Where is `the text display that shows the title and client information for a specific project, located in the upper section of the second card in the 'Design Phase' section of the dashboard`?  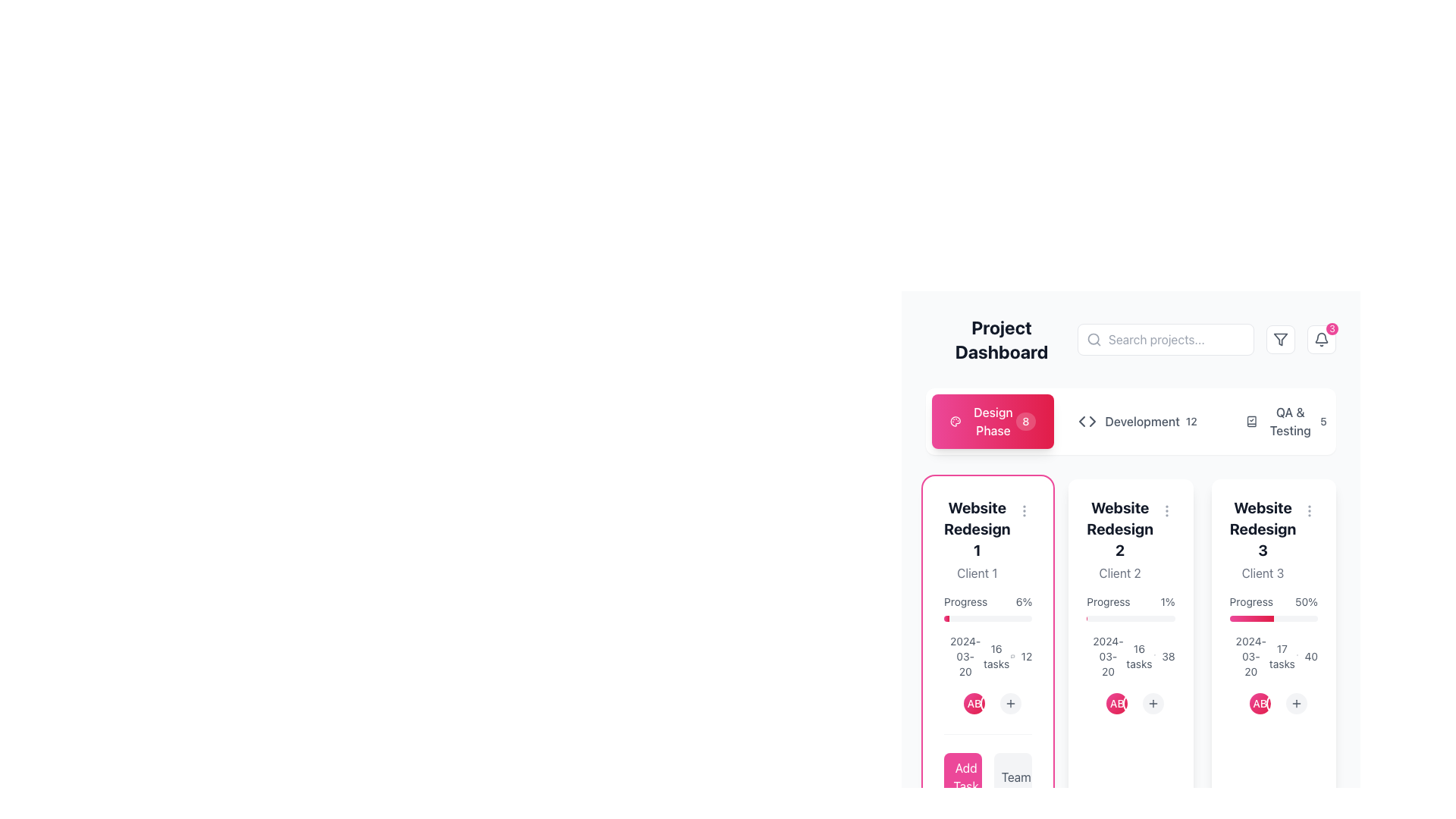 the text display that shows the title and client information for a specific project, located in the upper section of the second card in the 'Design Phase' section of the dashboard is located at coordinates (1131, 539).